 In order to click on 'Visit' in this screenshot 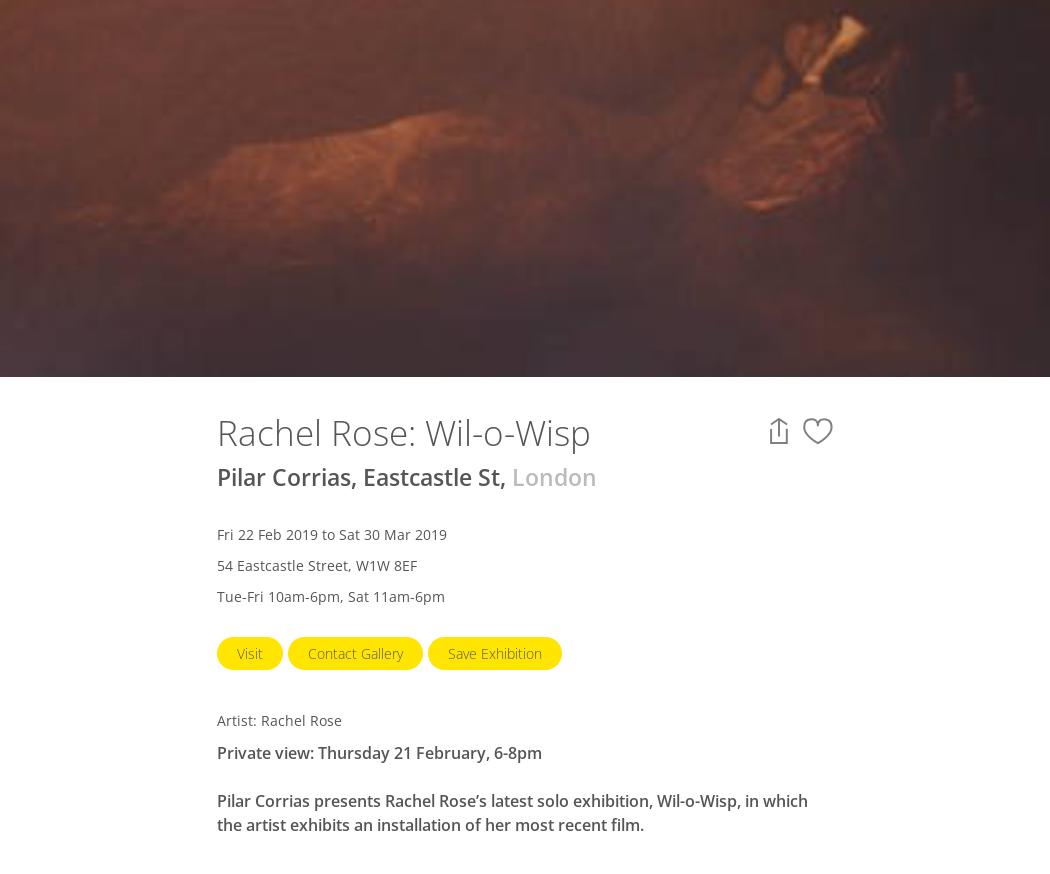, I will do `click(248, 652)`.